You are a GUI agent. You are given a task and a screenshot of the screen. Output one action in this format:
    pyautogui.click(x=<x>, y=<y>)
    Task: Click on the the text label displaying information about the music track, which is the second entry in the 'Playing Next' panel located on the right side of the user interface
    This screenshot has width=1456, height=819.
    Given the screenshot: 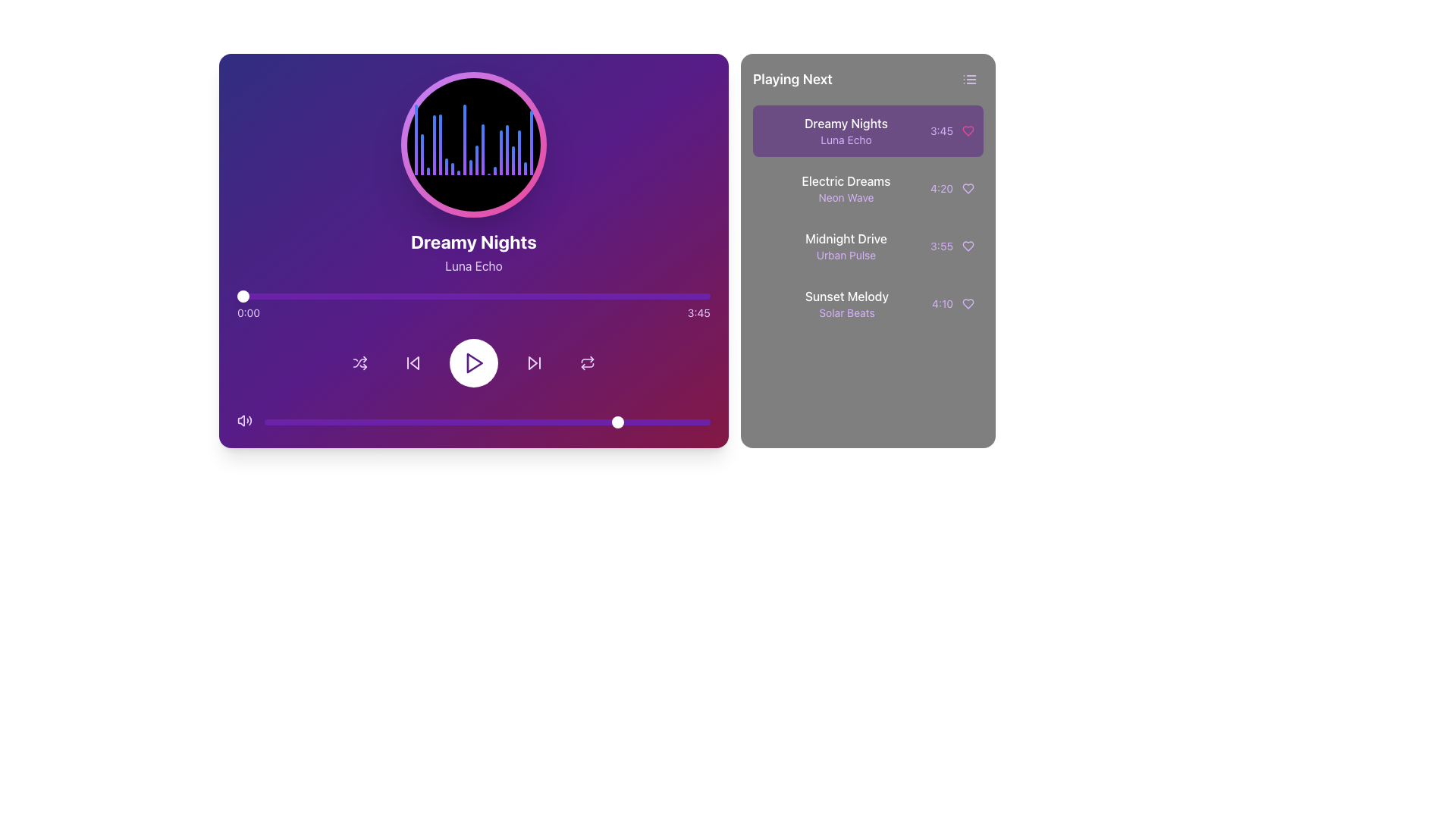 What is the action you would take?
    pyautogui.click(x=846, y=245)
    